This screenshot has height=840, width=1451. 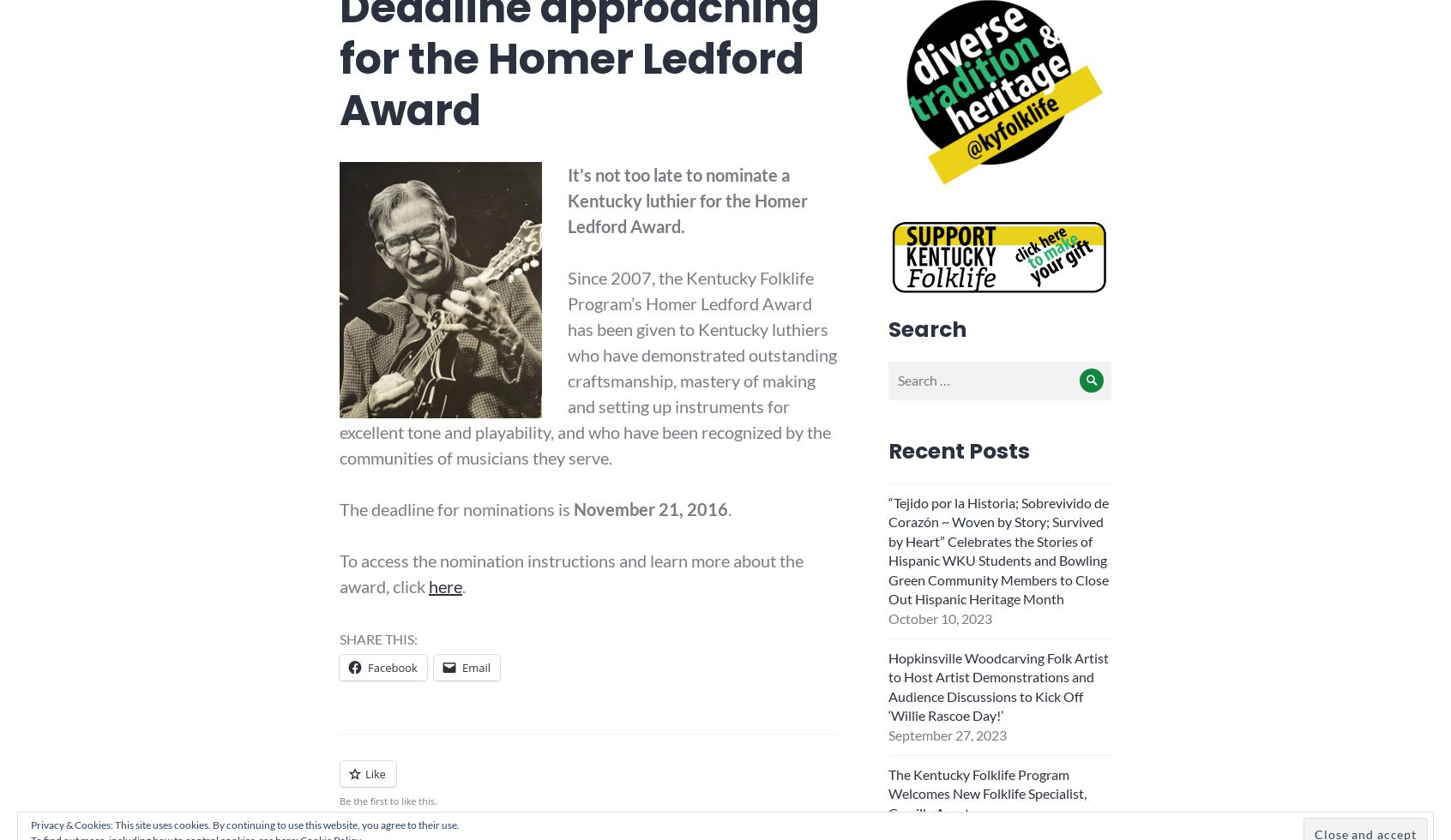 What do you see at coordinates (985, 793) in the screenshot?
I see `'The Kentucky Folklife Program Welcomes New Folklife Specialist, Camille Acosta'` at bounding box center [985, 793].